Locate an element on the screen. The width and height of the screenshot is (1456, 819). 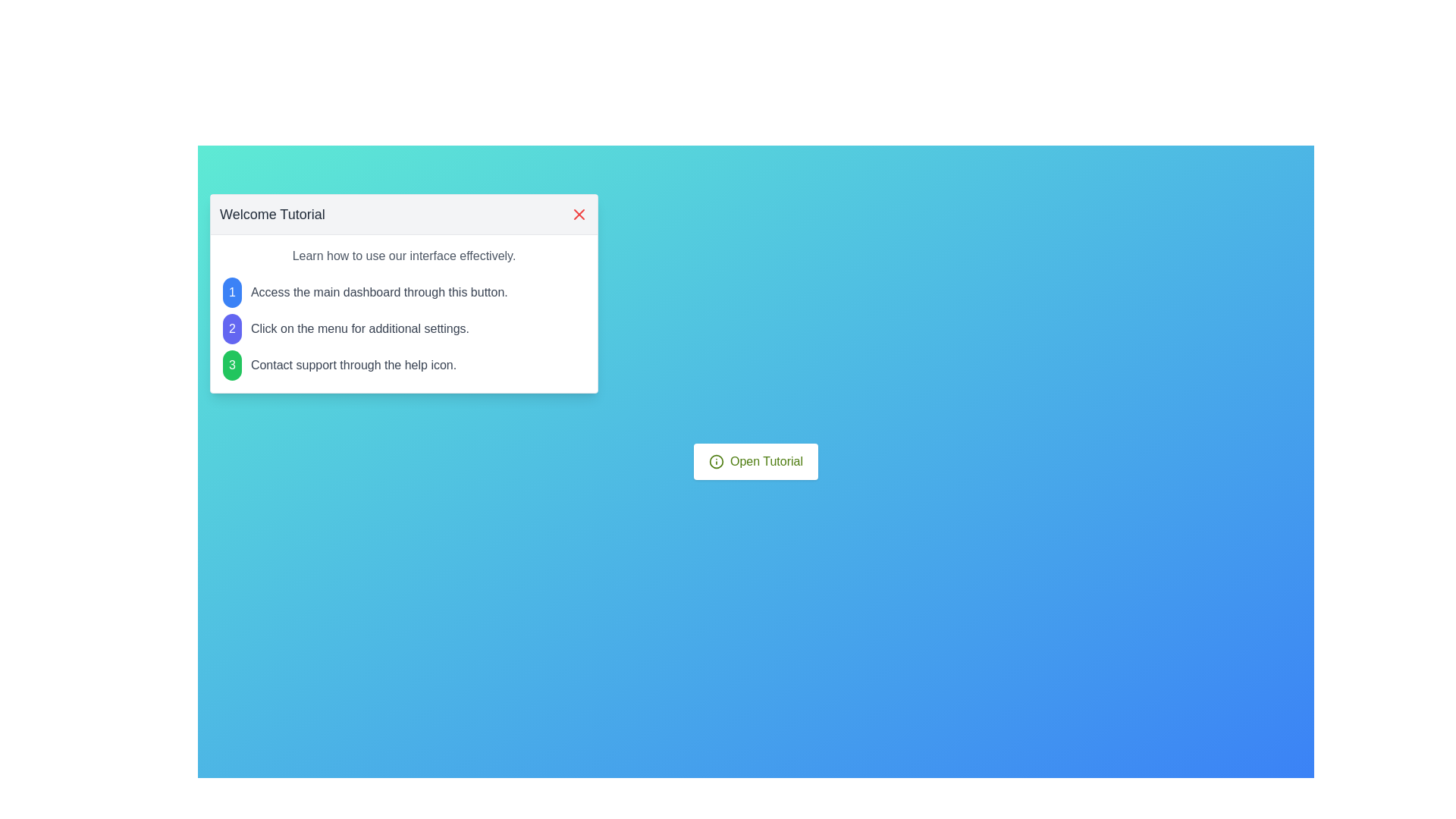
the instructional text block with numbered steps in the 'Welcome Tutorial' card is located at coordinates (403, 328).